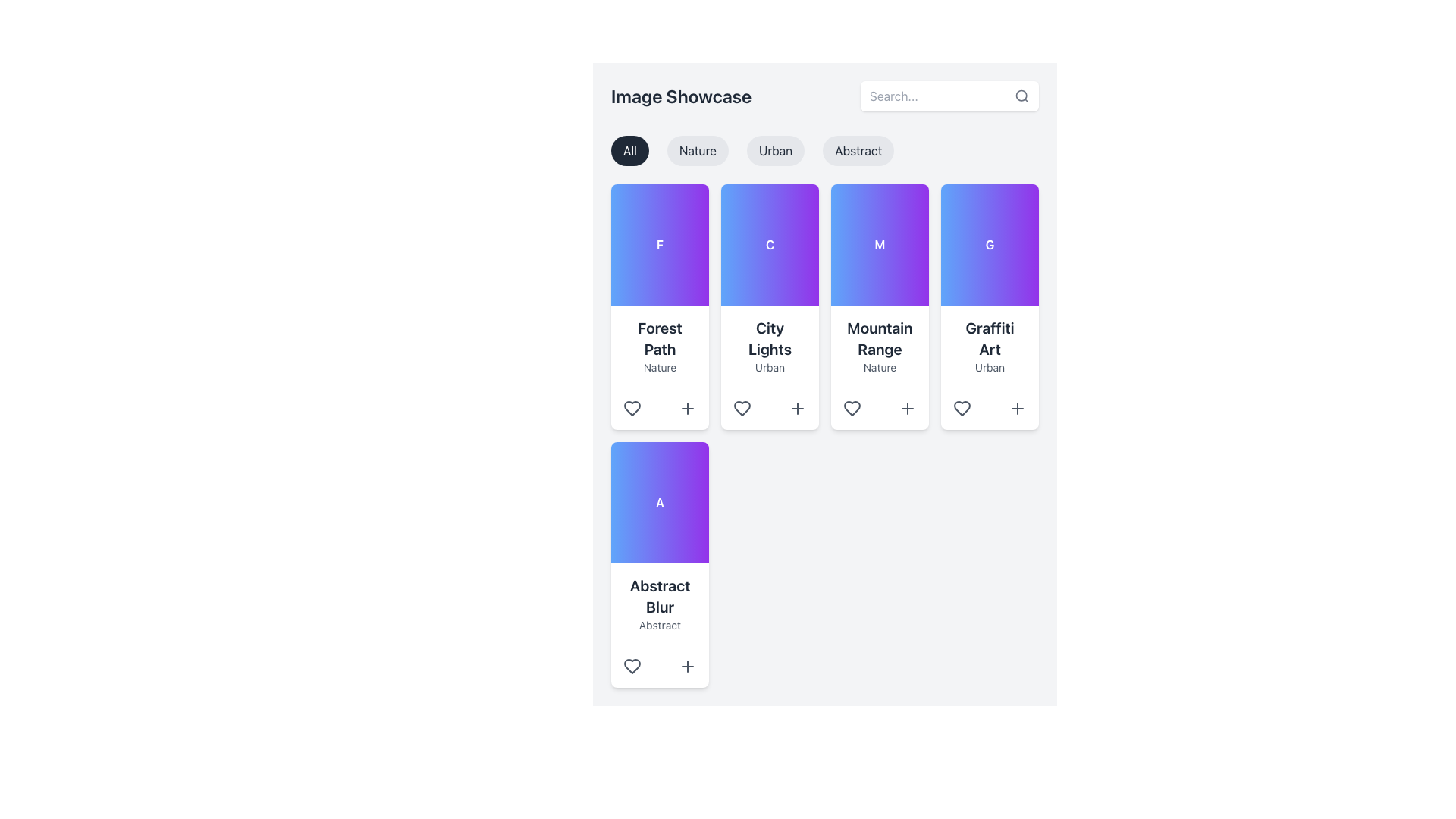 The width and height of the screenshot is (1456, 819). What do you see at coordinates (660, 503) in the screenshot?
I see `the decorative element located in the fifth column of the card layout, positioned above the text 'Abstract Blur' and 'Abstract'` at bounding box center [660, 503].